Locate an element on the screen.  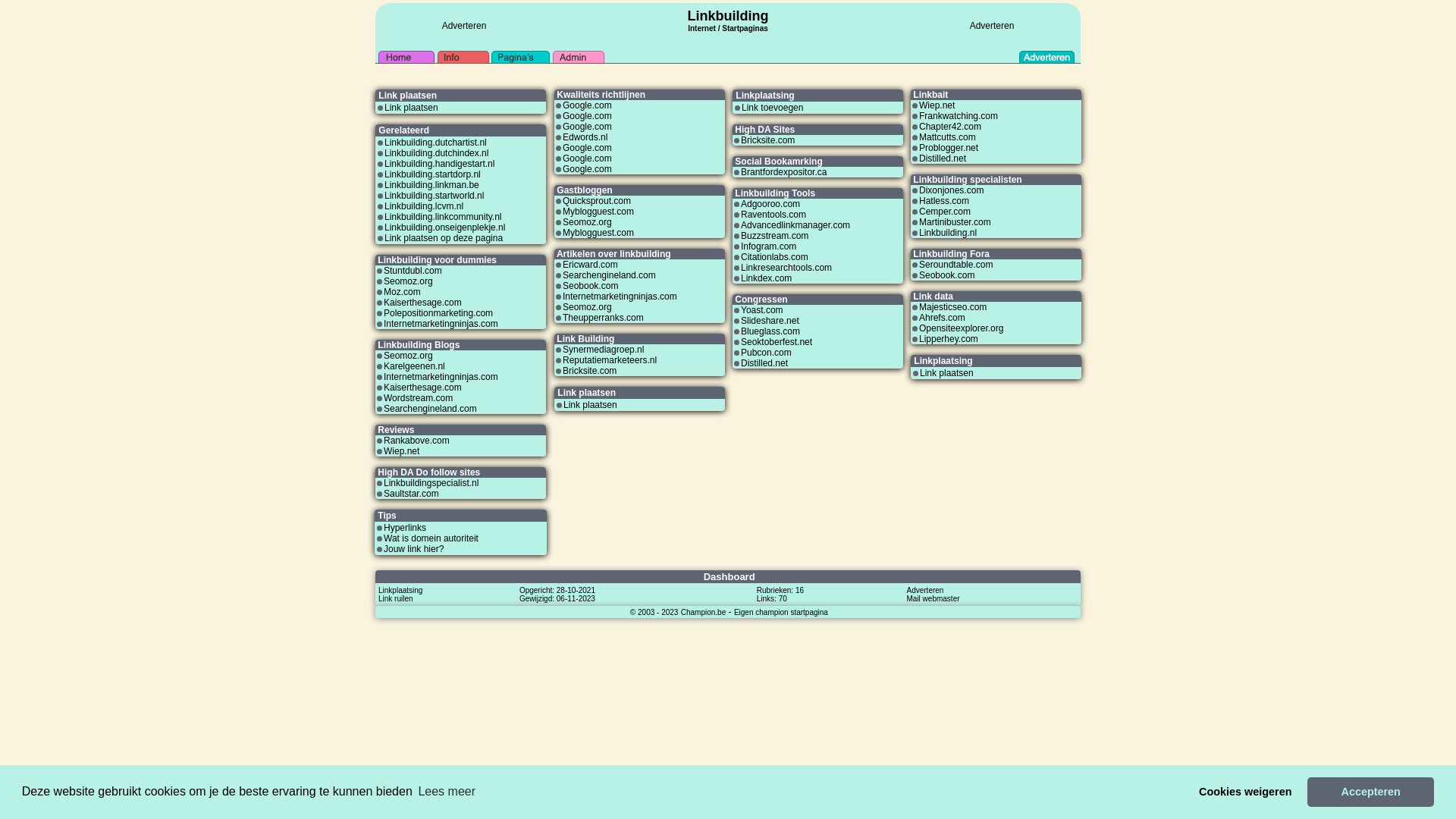
'Synermediagroep.nl' is located at coordinates (602, 350).